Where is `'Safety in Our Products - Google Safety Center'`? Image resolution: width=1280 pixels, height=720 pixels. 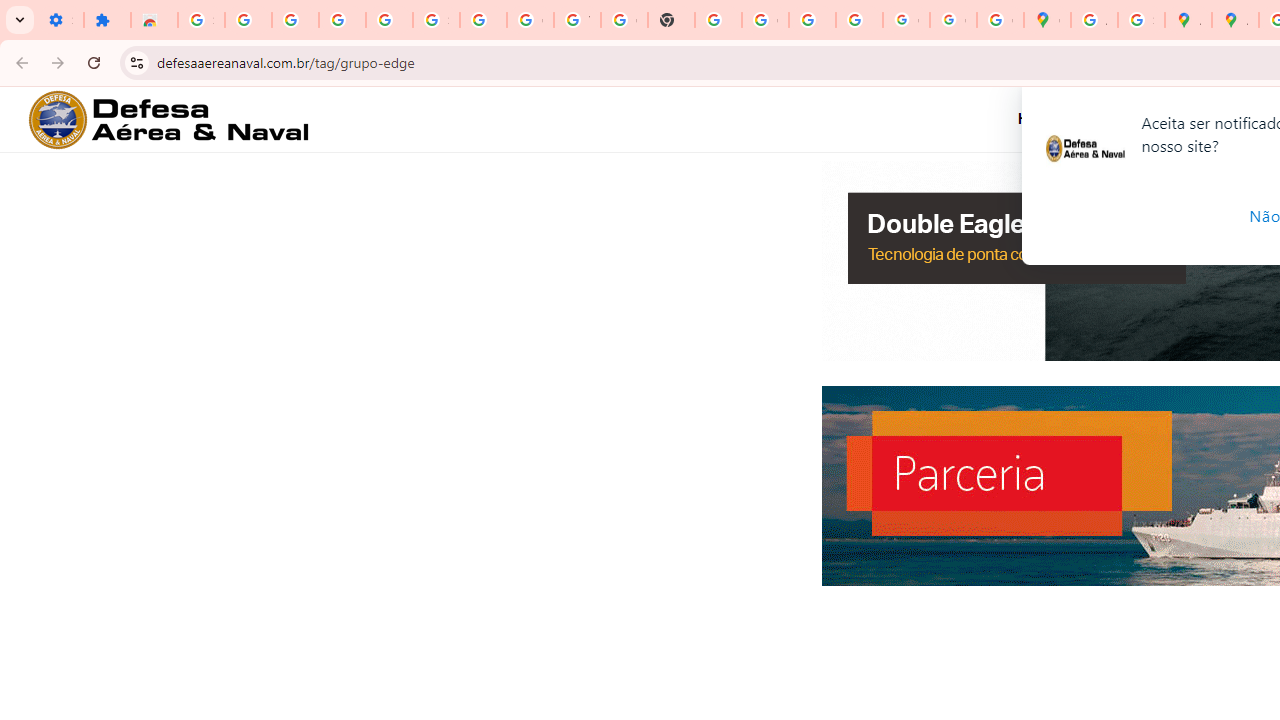
'Safety in Our Products - Google Safety Center' is located at coordinates (1141, 20).